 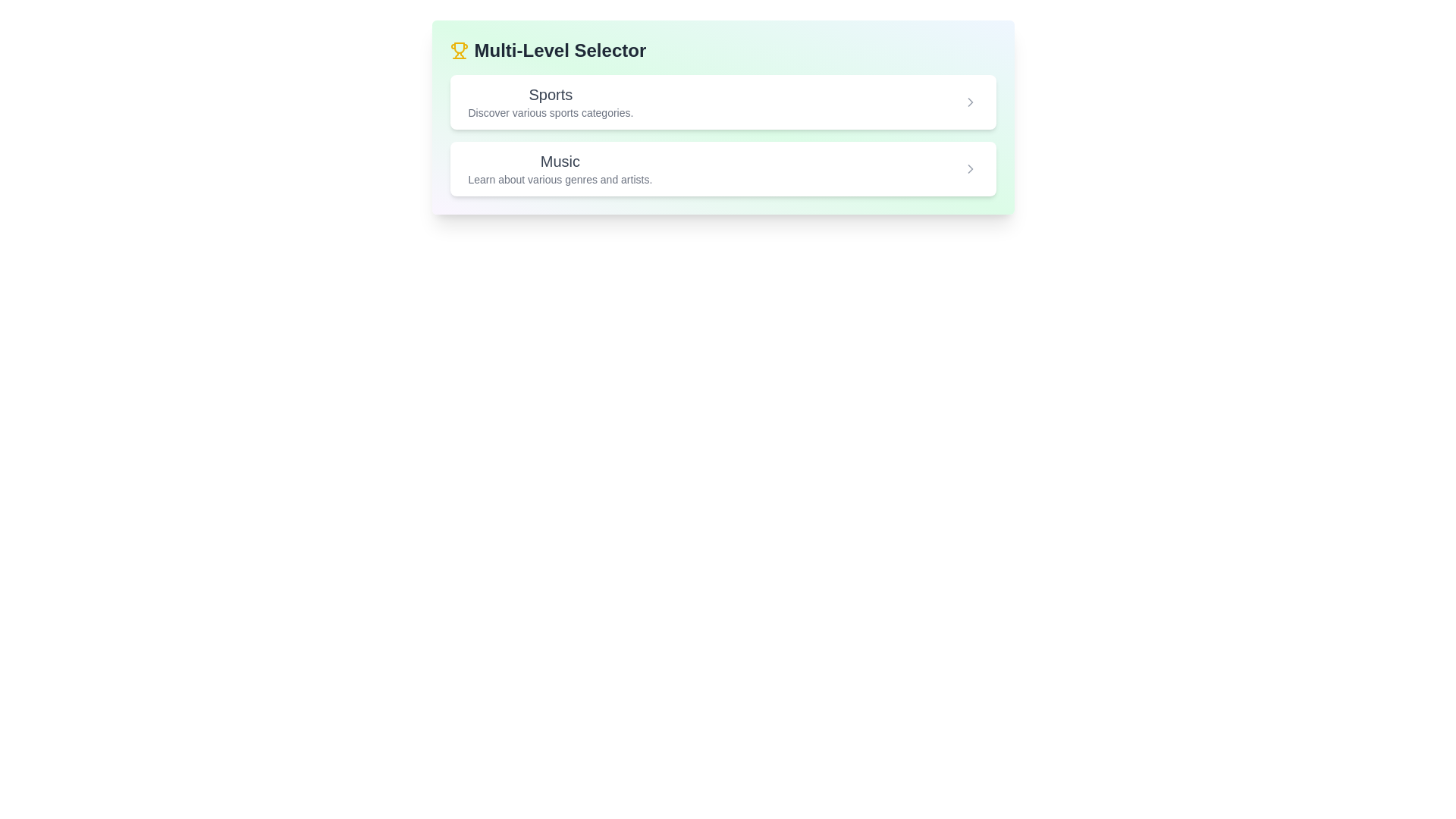 I want to click on the achievement icon located at the top-left corner of the interface, adjacent to the title 'Multi-Level Selector.', so click(x=458, y=49).